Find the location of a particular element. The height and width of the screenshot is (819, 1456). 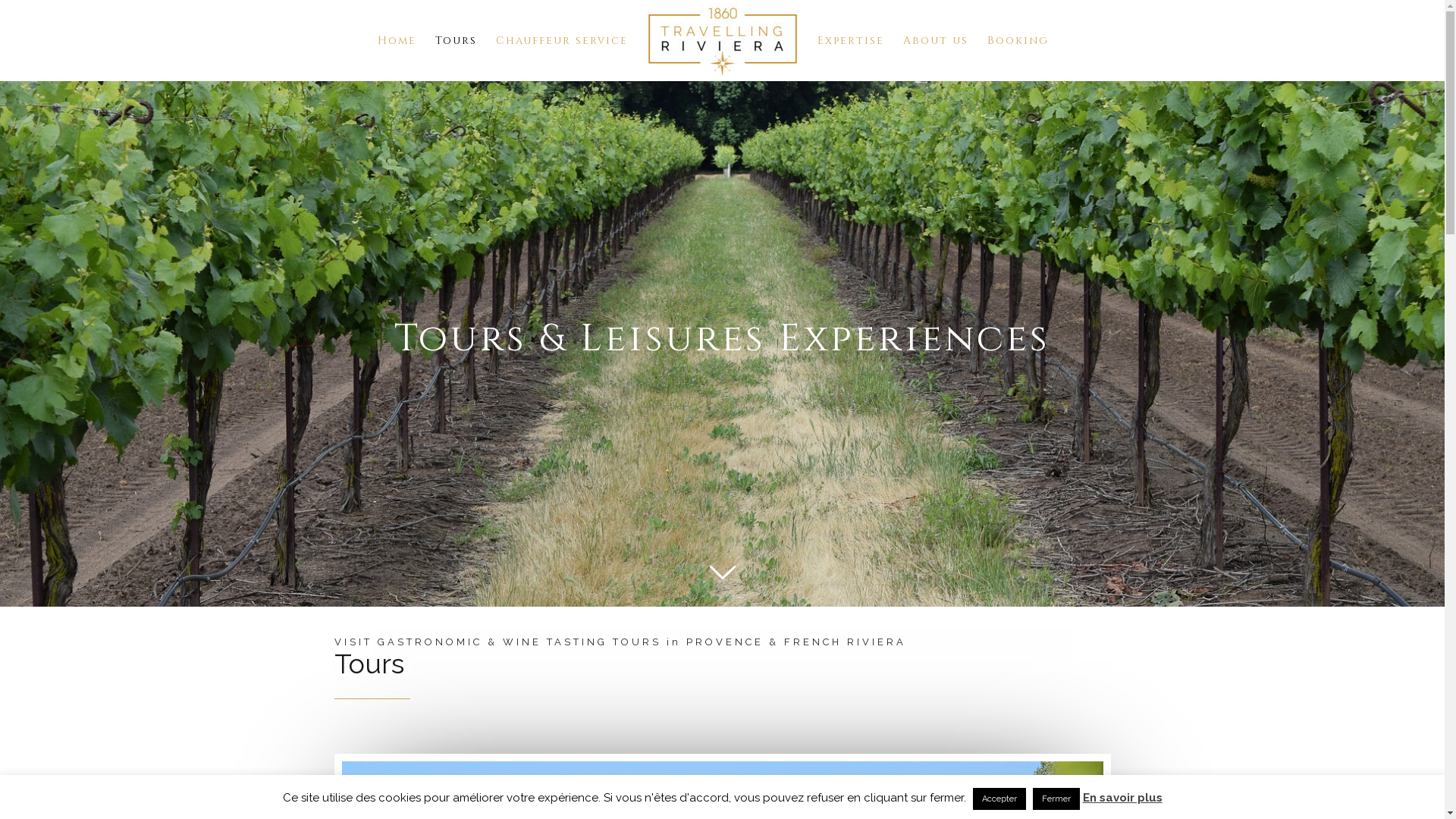

'Accepter' is located at coordinates (998, 798).